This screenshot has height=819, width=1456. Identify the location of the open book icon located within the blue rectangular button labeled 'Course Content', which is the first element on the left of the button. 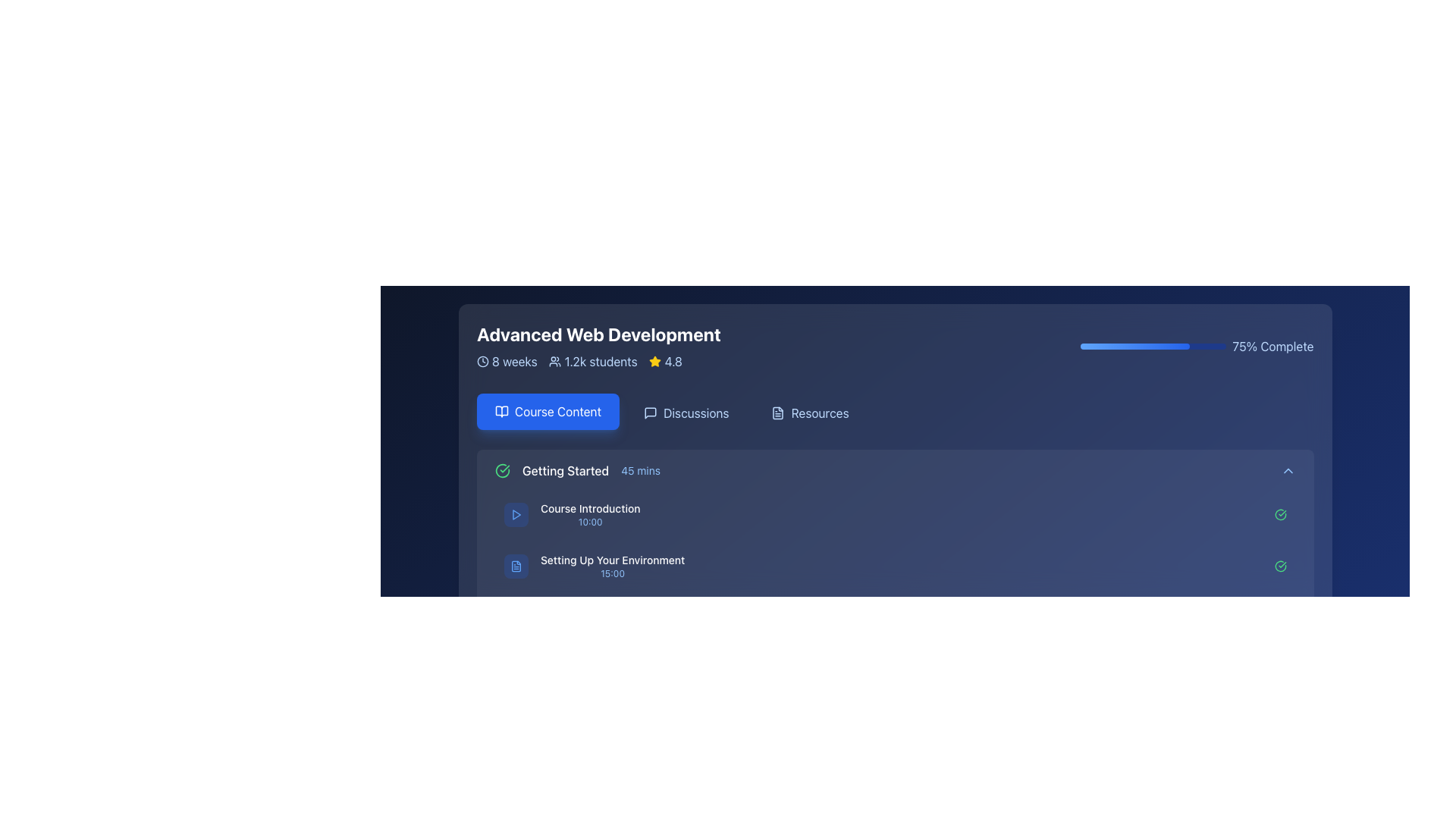
(501, 412).